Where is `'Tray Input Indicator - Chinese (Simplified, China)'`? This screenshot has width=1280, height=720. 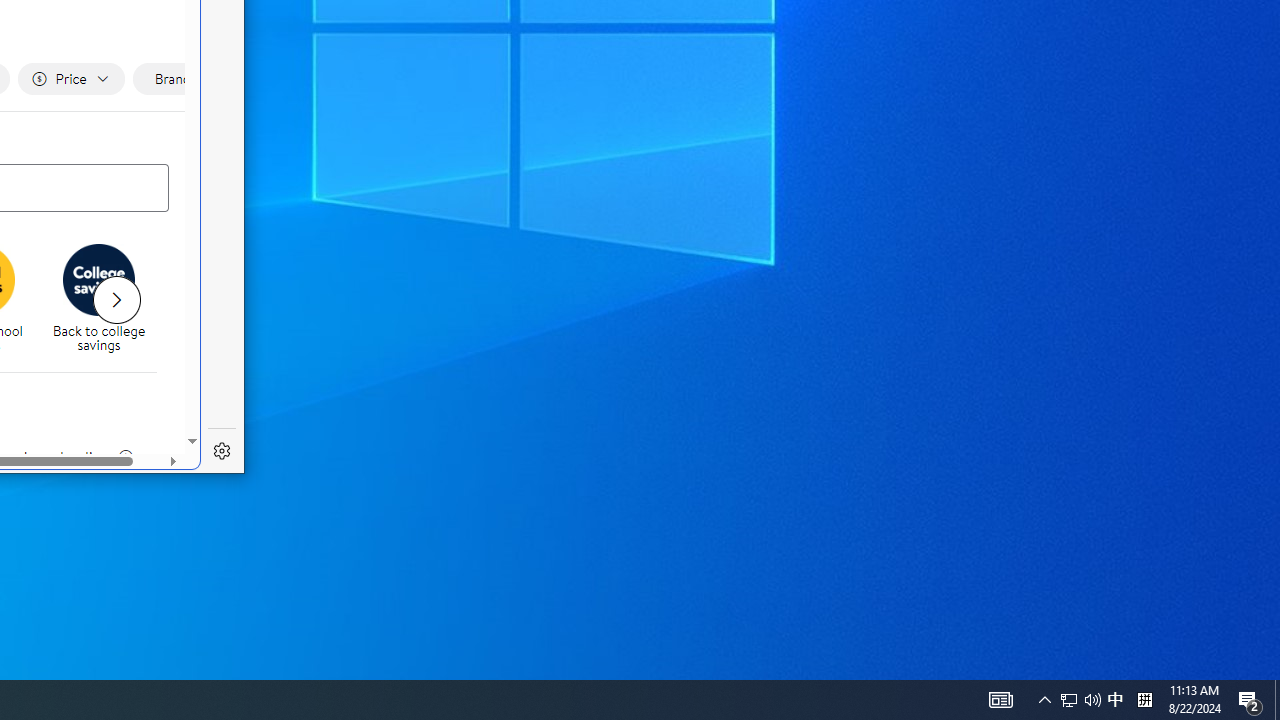
'Tray Input Indicator - Chinese (Simplified, China)' is located at coordinates (1144, 698).